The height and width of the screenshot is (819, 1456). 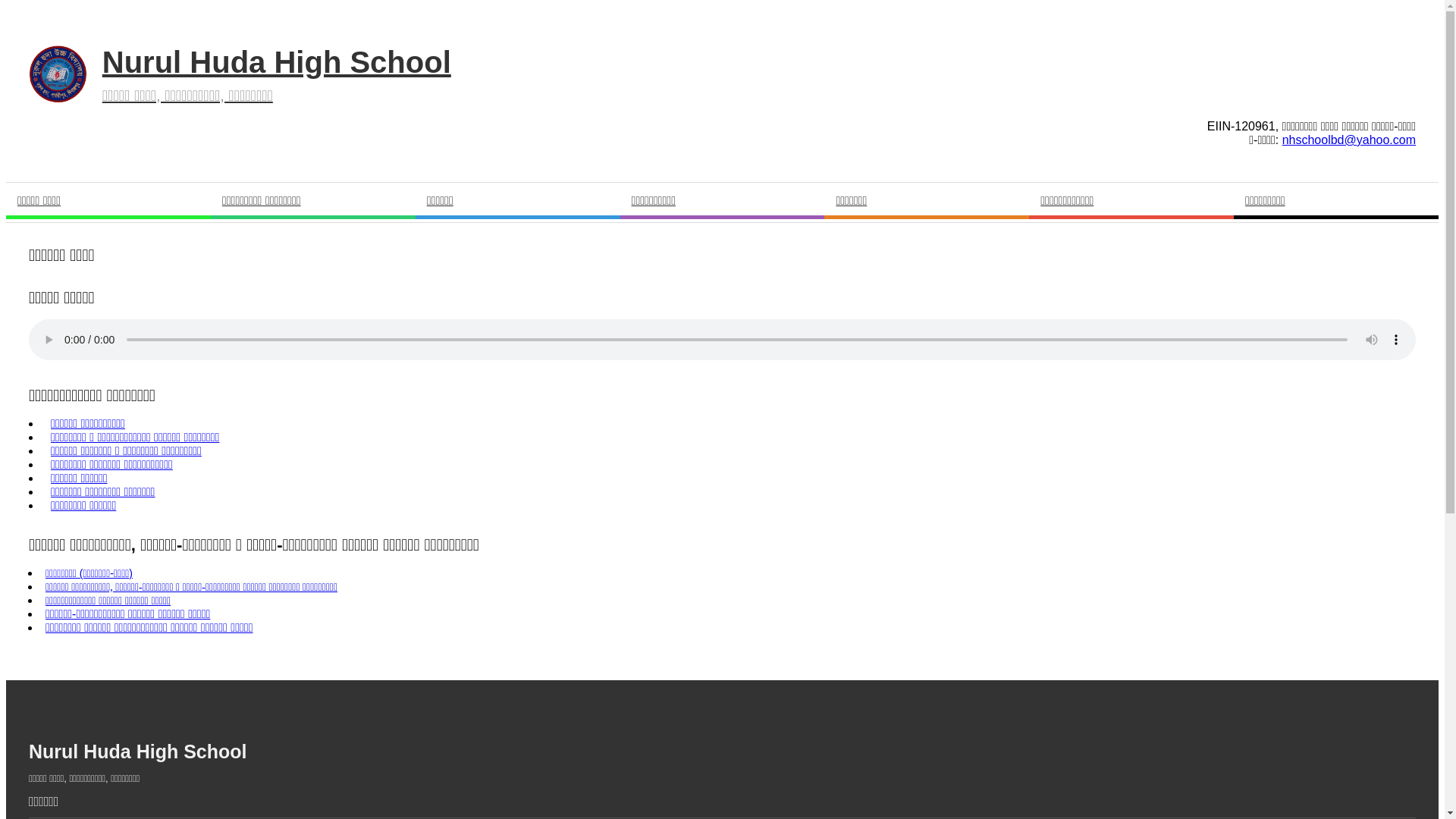 What do you see at coordinates (1281, 140) in the screenshot?
I see `'nhschoolbd@yahoo.com'` at bounding box center [1281, 140].